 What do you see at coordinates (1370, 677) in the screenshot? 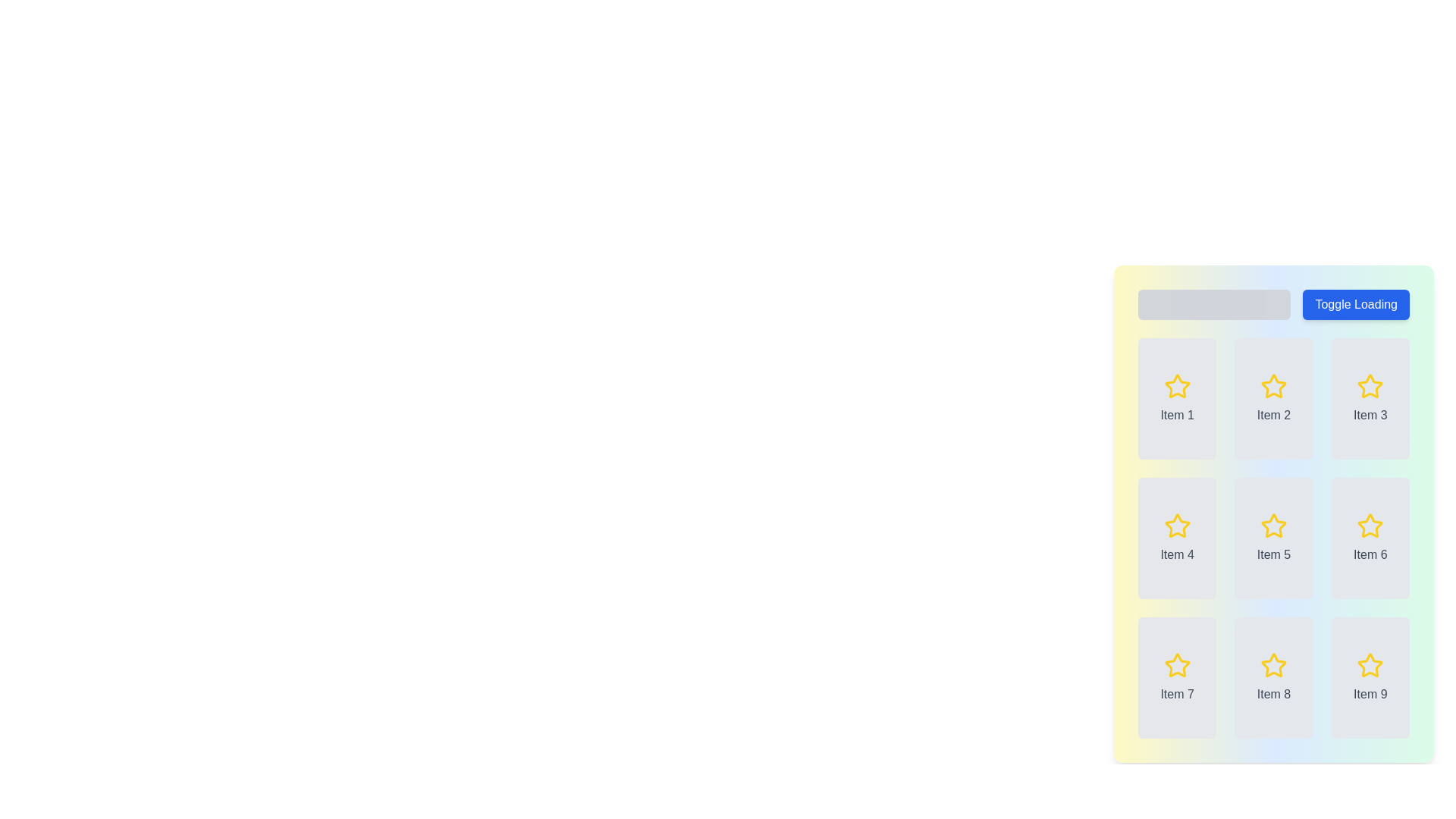
I see `the item display panel located in the bottom-right corner of the 3x3 grid to view its details` at bounding box center [1370, 677].